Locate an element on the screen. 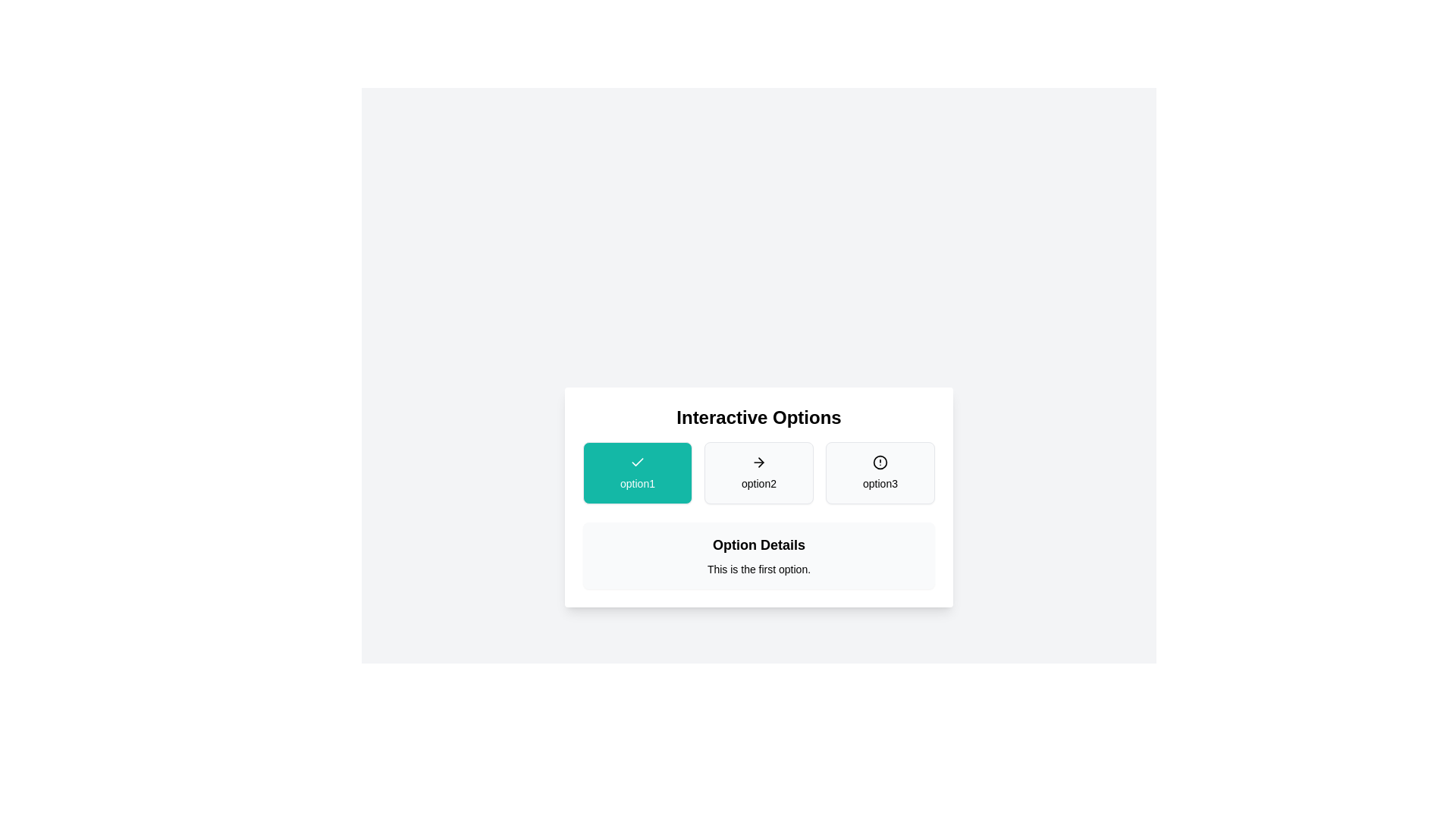 The image size is (1456, 819). the first button in a horizontal layout of three buttons, positioned on the leftmost side of the group is located at coordinates (637, 472).